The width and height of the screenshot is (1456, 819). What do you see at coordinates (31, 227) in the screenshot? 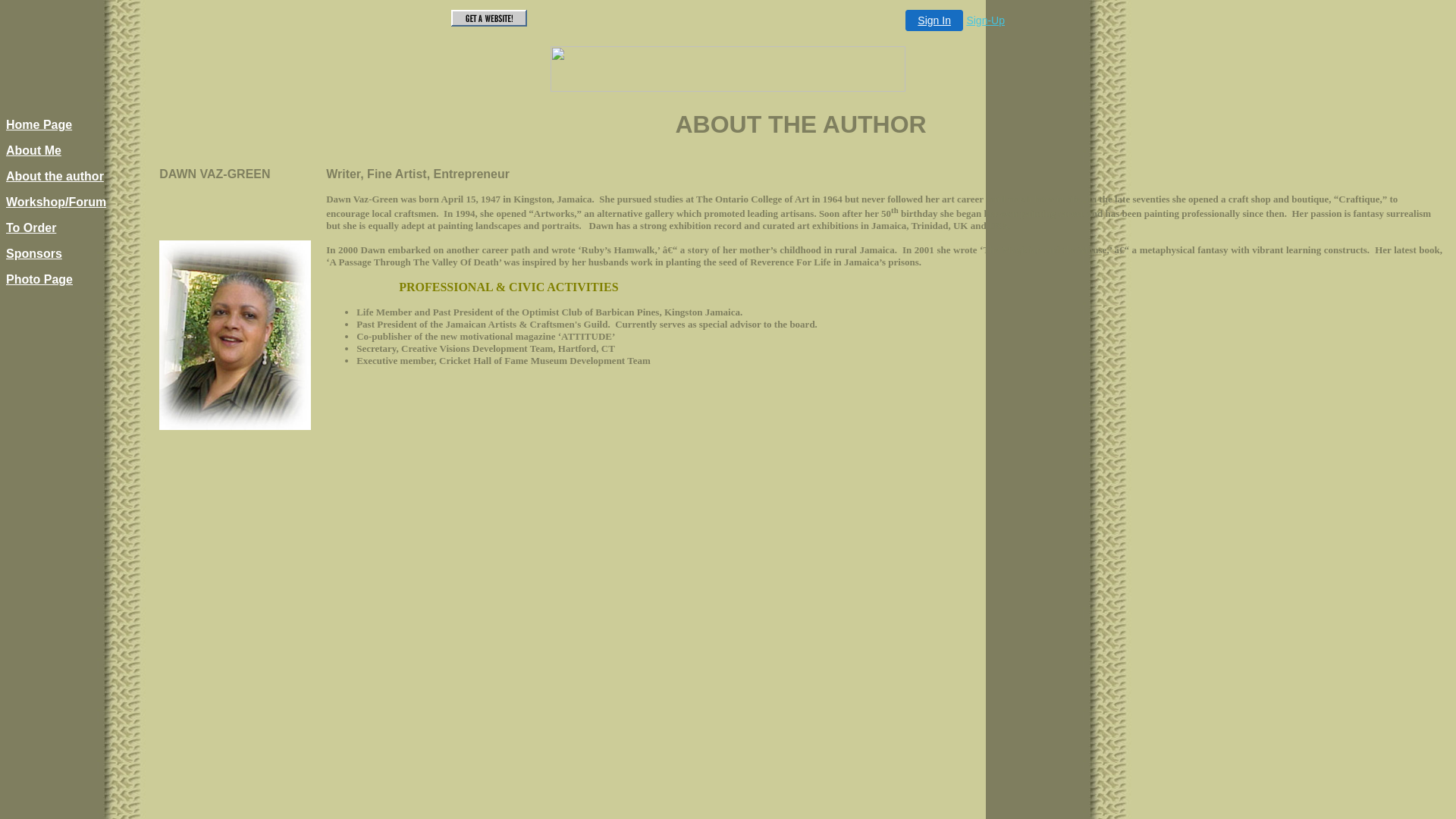
I see `'To Order'` at bounding box center [31, 227].